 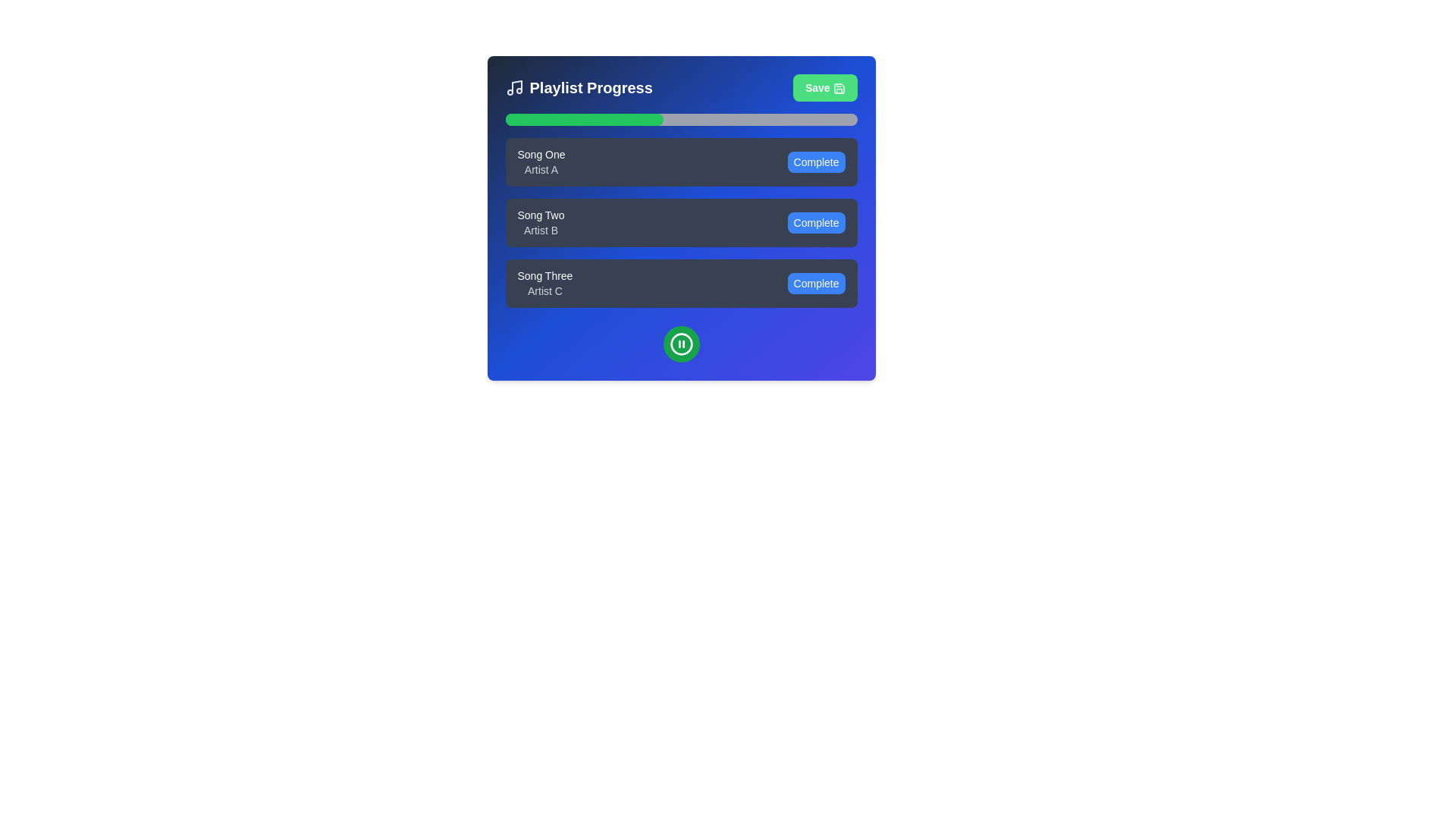 What do you see at coordinates (578, 87) in the screenshot?
I see `the static text header indicating the progress of the playlist, located at the top-left of the interface, above the green progress bar` at bounding box center [578, 87].